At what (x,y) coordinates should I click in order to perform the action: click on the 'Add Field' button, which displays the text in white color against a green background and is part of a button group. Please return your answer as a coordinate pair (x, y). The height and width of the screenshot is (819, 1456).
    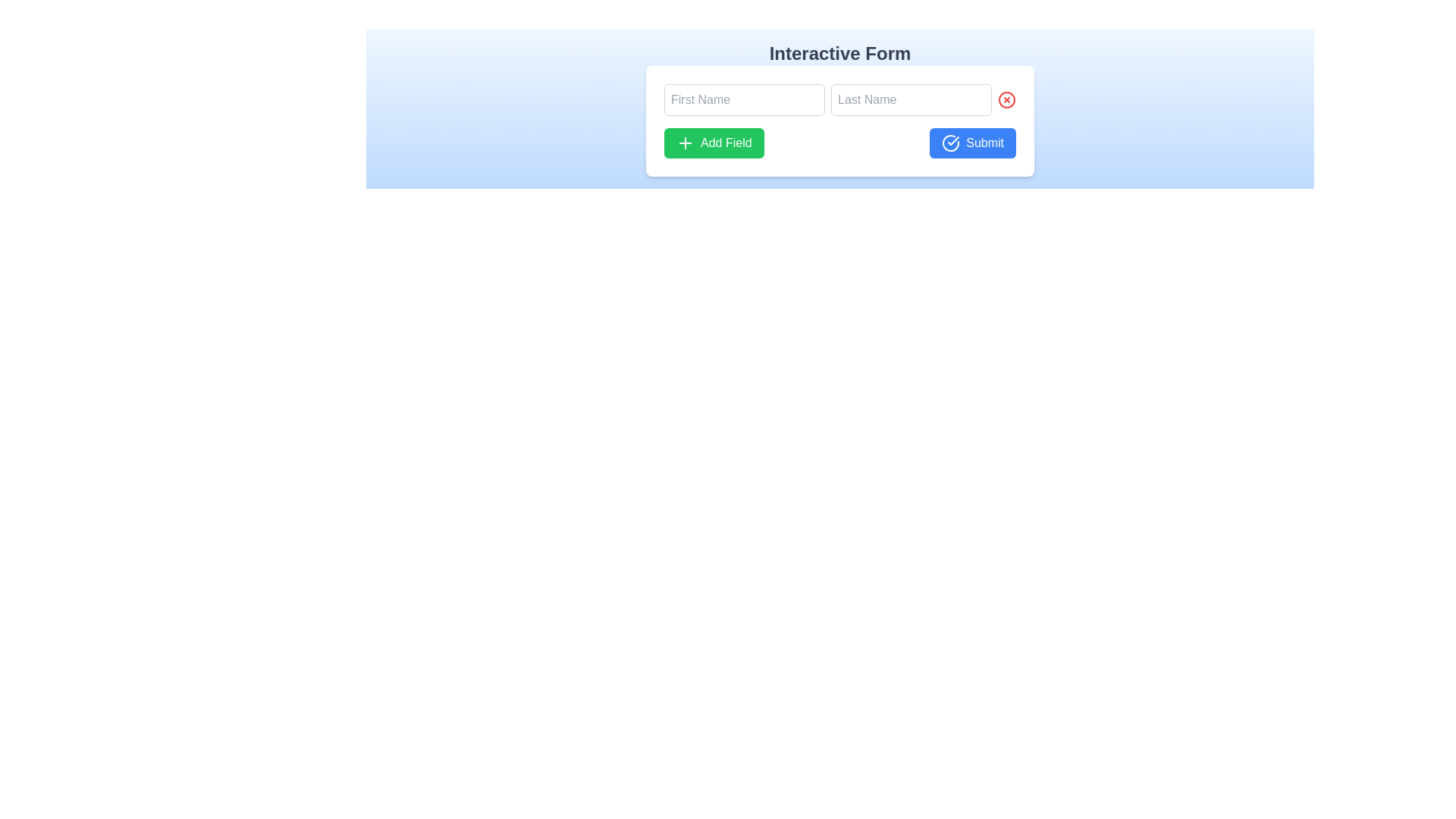
    Looking at the image, I should click on (725, 143).